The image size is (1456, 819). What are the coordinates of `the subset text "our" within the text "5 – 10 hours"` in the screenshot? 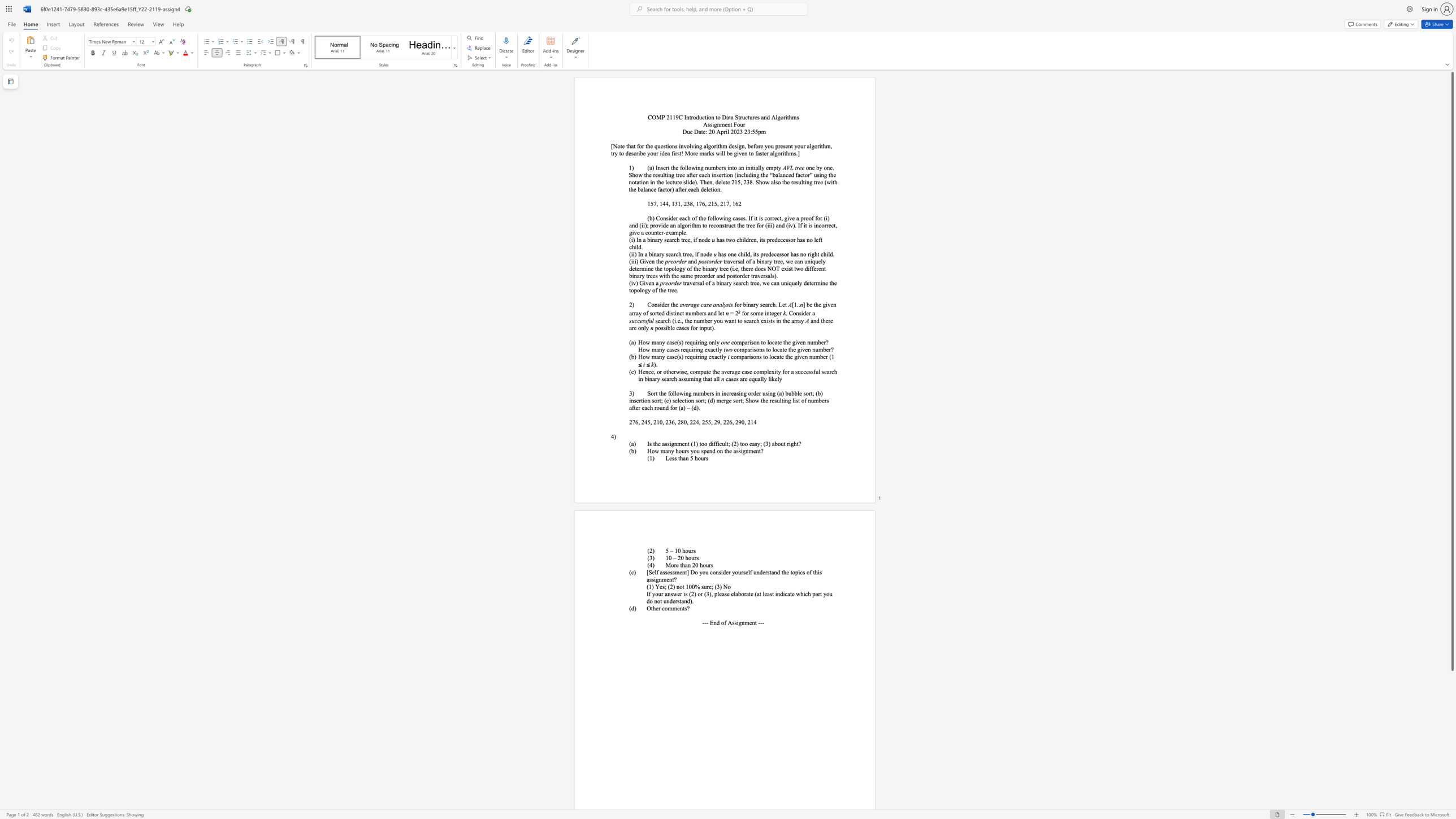 It's located at (685, 551).